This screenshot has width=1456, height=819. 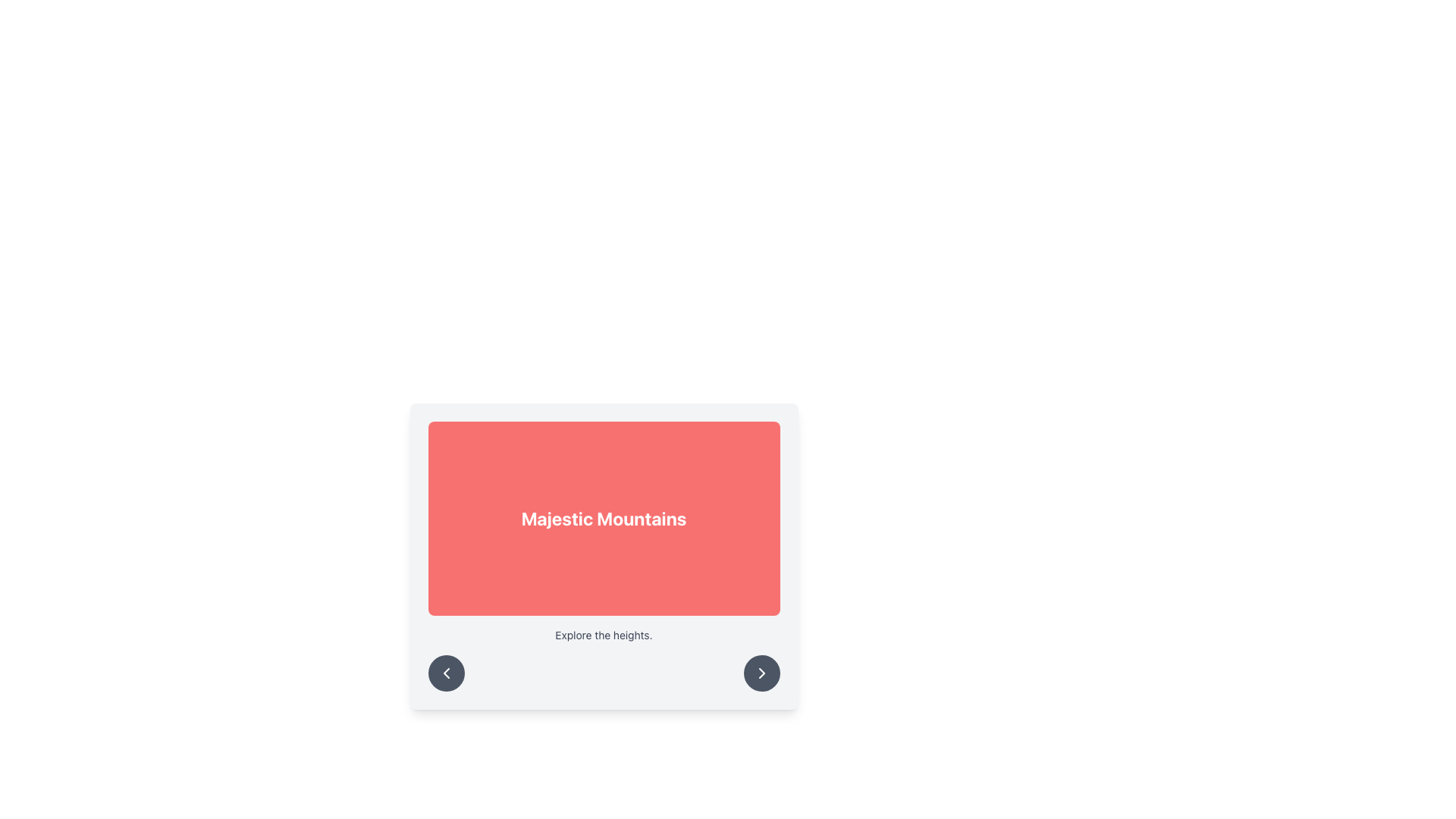 I want to click on the 'Majestic Mountains' Text Banner, which displays a bold white title on a red background, centrally located near the top-middle of the panel, so click(x=603, y=554).